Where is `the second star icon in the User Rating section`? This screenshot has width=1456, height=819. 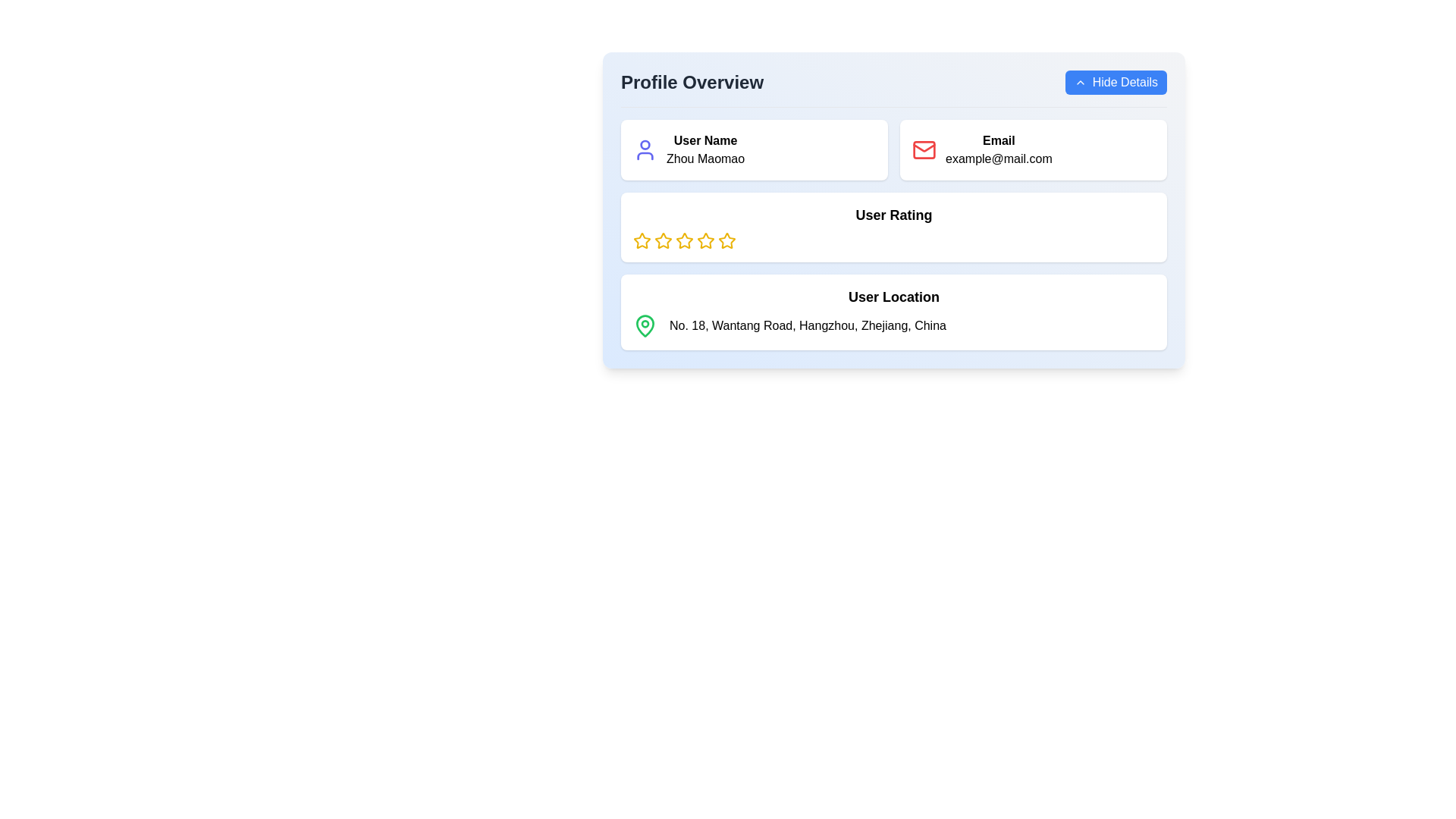
the second star icon in the User Rating section is located at coordinates (683, 240).